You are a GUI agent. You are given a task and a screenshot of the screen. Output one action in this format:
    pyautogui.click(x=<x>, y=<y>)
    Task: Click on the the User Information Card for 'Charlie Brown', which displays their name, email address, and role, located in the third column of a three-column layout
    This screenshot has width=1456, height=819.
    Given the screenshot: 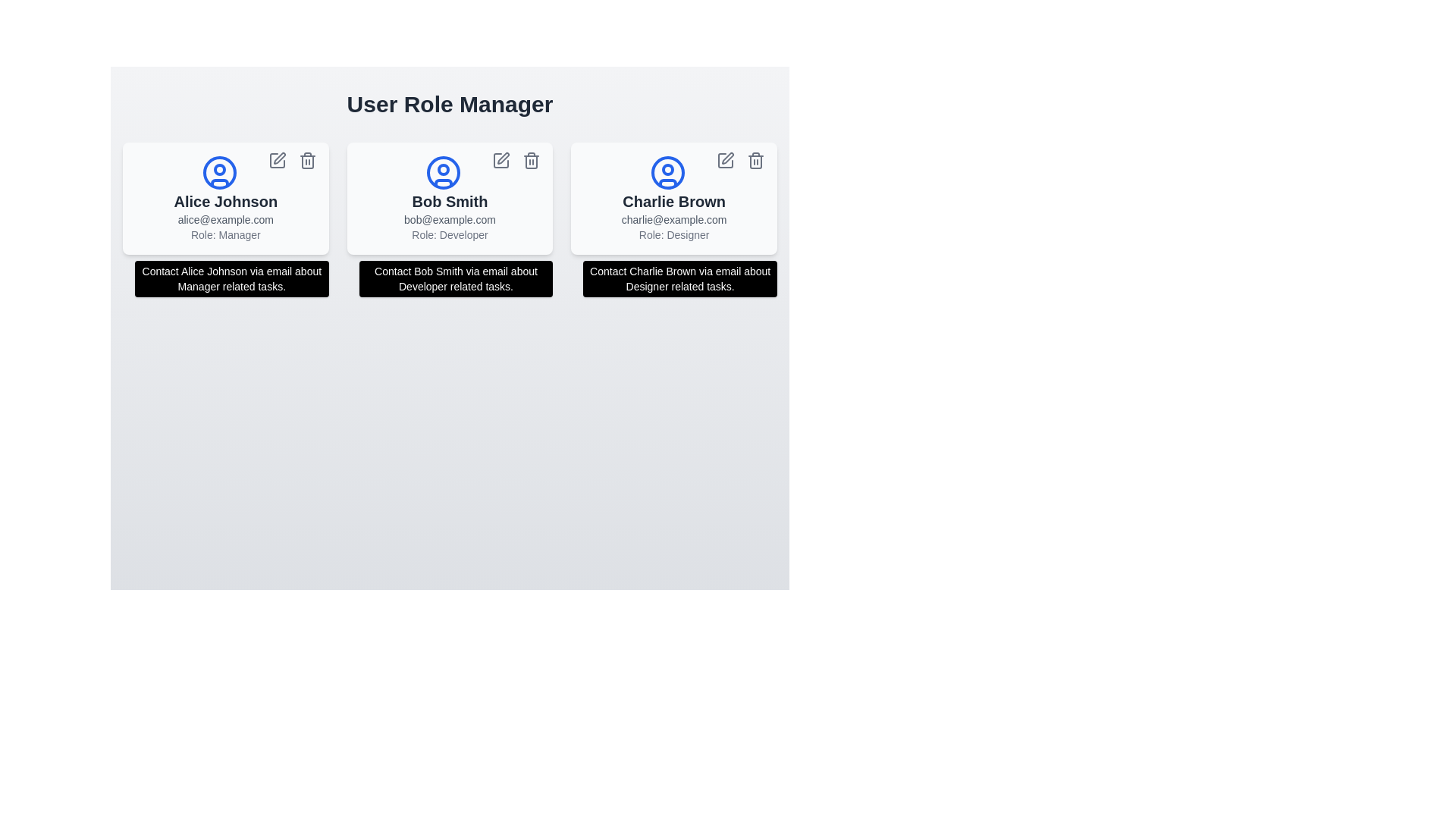 What is the action you would take?
    pyautogui.click(x=673, y=198)
    